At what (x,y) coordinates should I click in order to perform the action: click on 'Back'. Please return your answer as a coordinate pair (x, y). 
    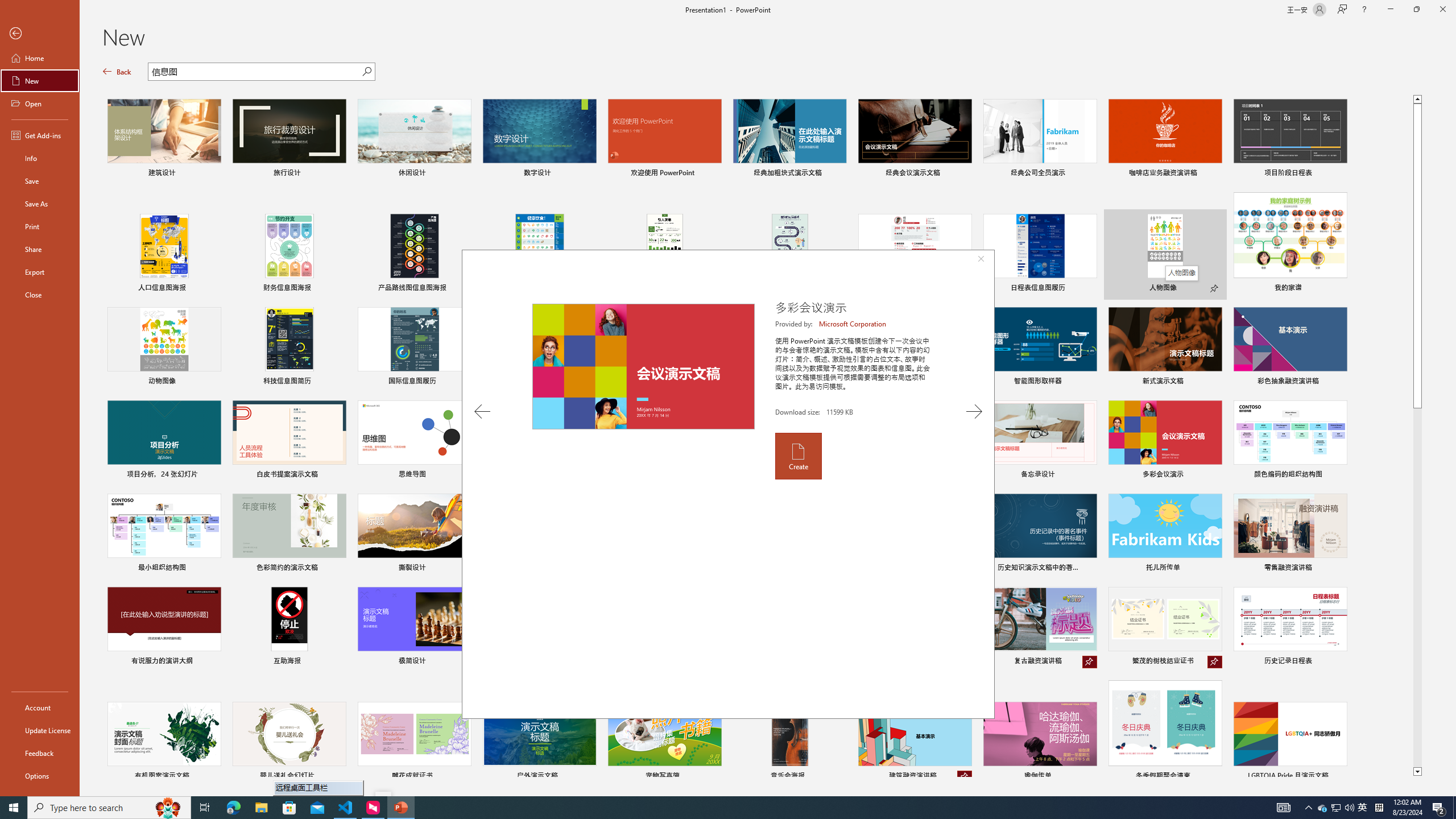
    Looking at the image, I should click on (118, 71).